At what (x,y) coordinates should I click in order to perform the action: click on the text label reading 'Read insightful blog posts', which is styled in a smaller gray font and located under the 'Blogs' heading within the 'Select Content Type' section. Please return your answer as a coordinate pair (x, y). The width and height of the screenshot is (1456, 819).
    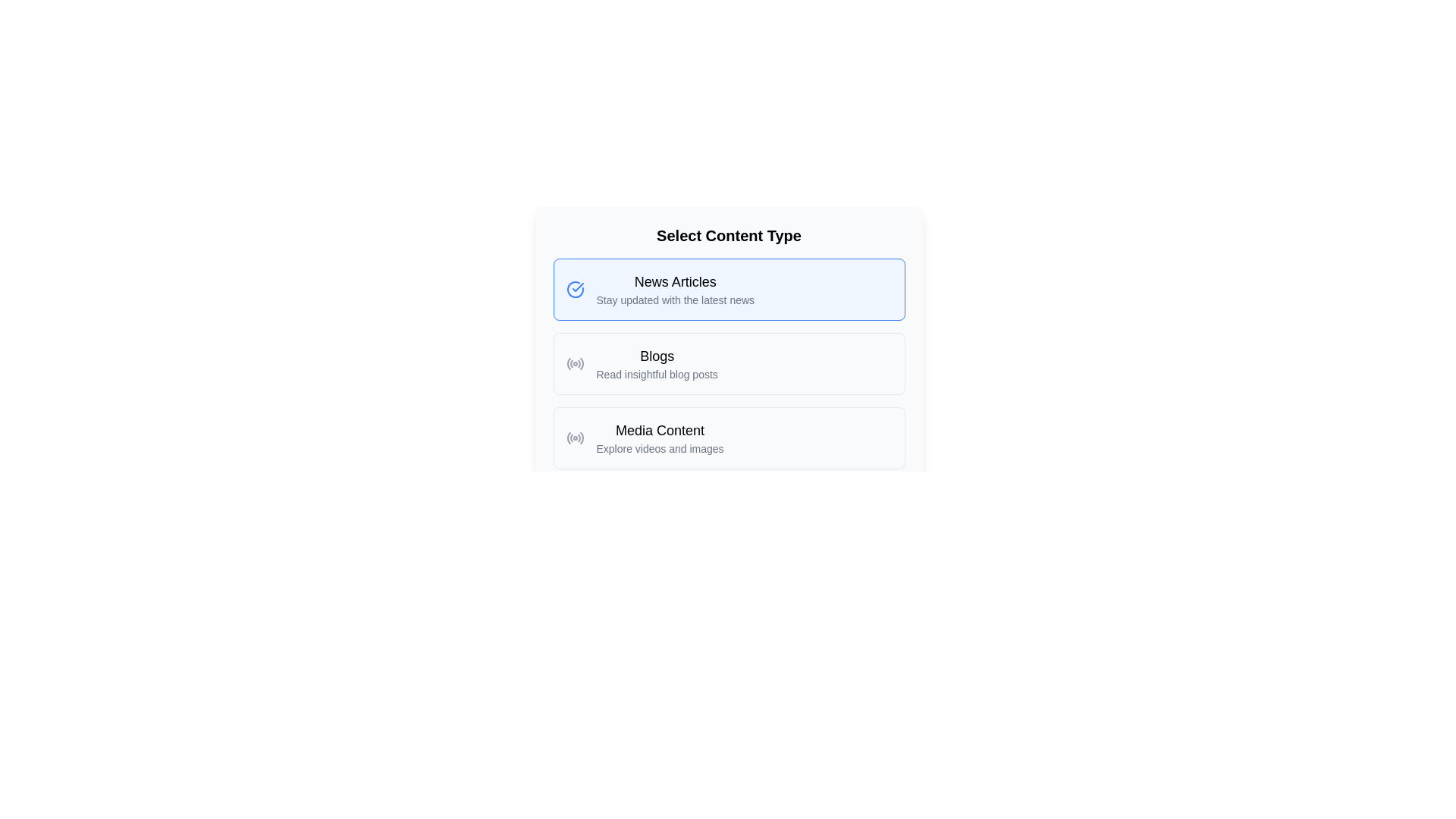
    Looking at the image, I should click on (657, 374).